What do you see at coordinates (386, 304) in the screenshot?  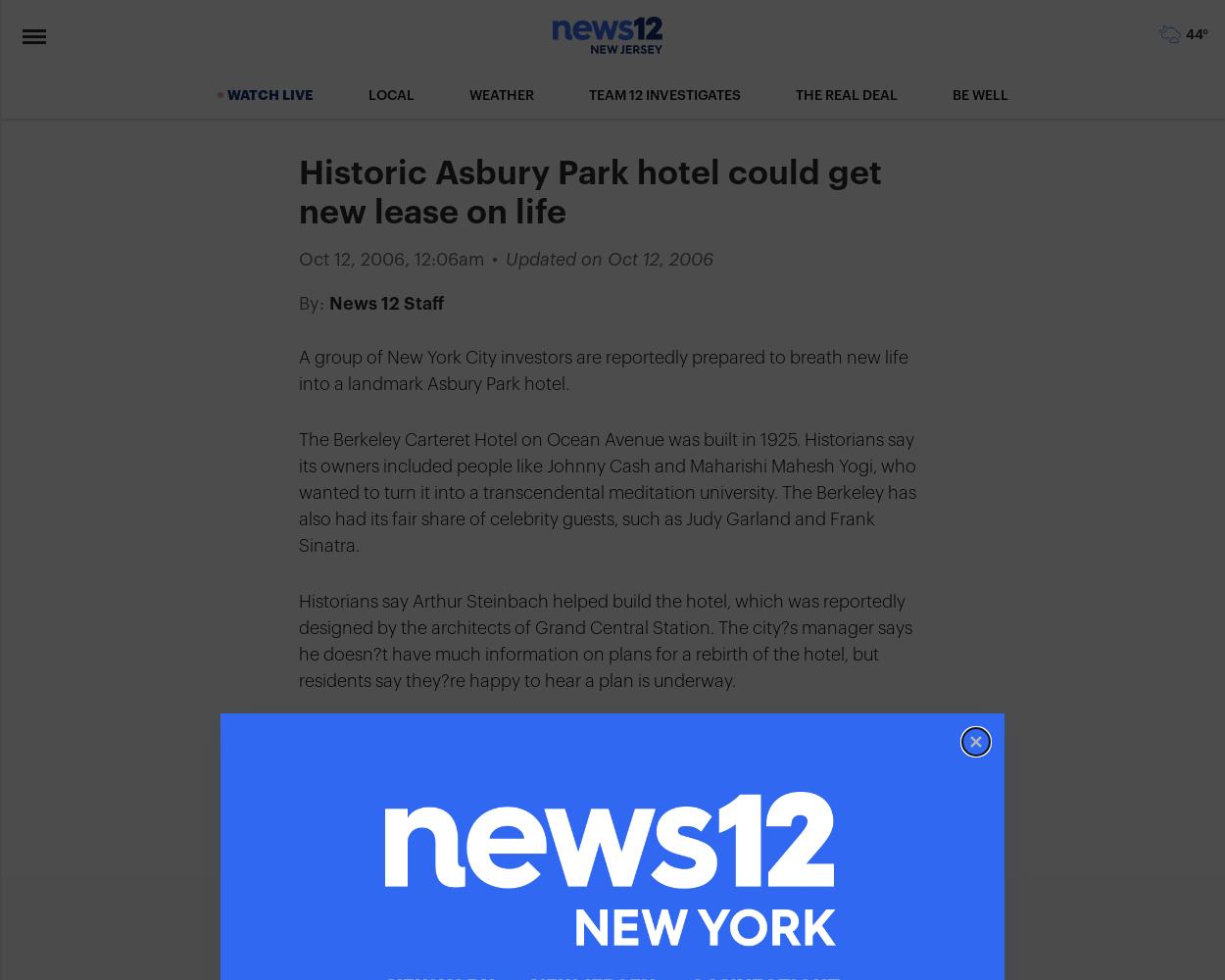 I see `'News 12 Staff'` at bounding box center [386, 304].